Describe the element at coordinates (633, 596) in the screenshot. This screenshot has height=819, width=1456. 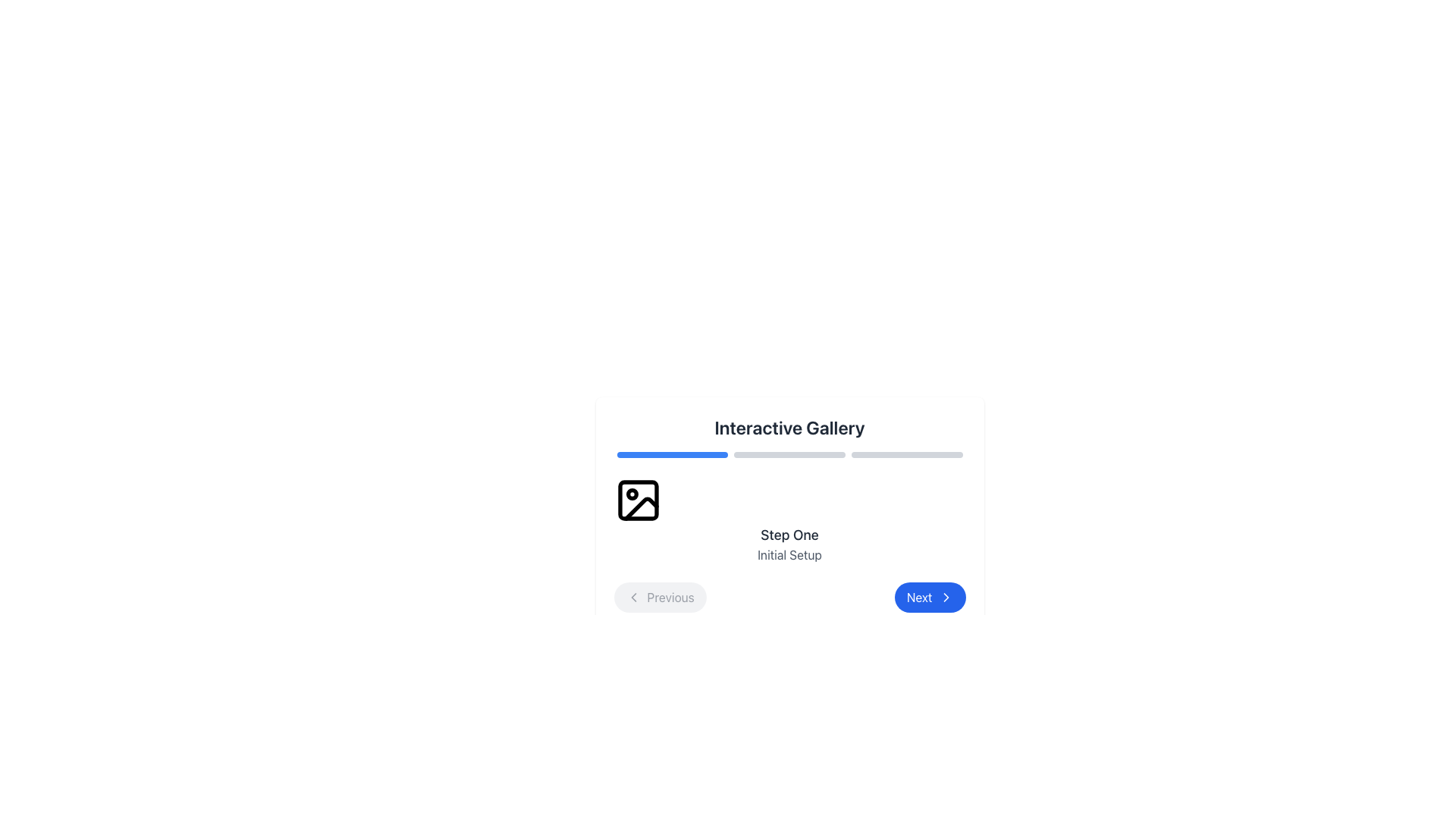
I see `the 'Previous' button by clicking the chevron icon that indicates backward navigation, located at the bottom left of the interactive content module` at that location.